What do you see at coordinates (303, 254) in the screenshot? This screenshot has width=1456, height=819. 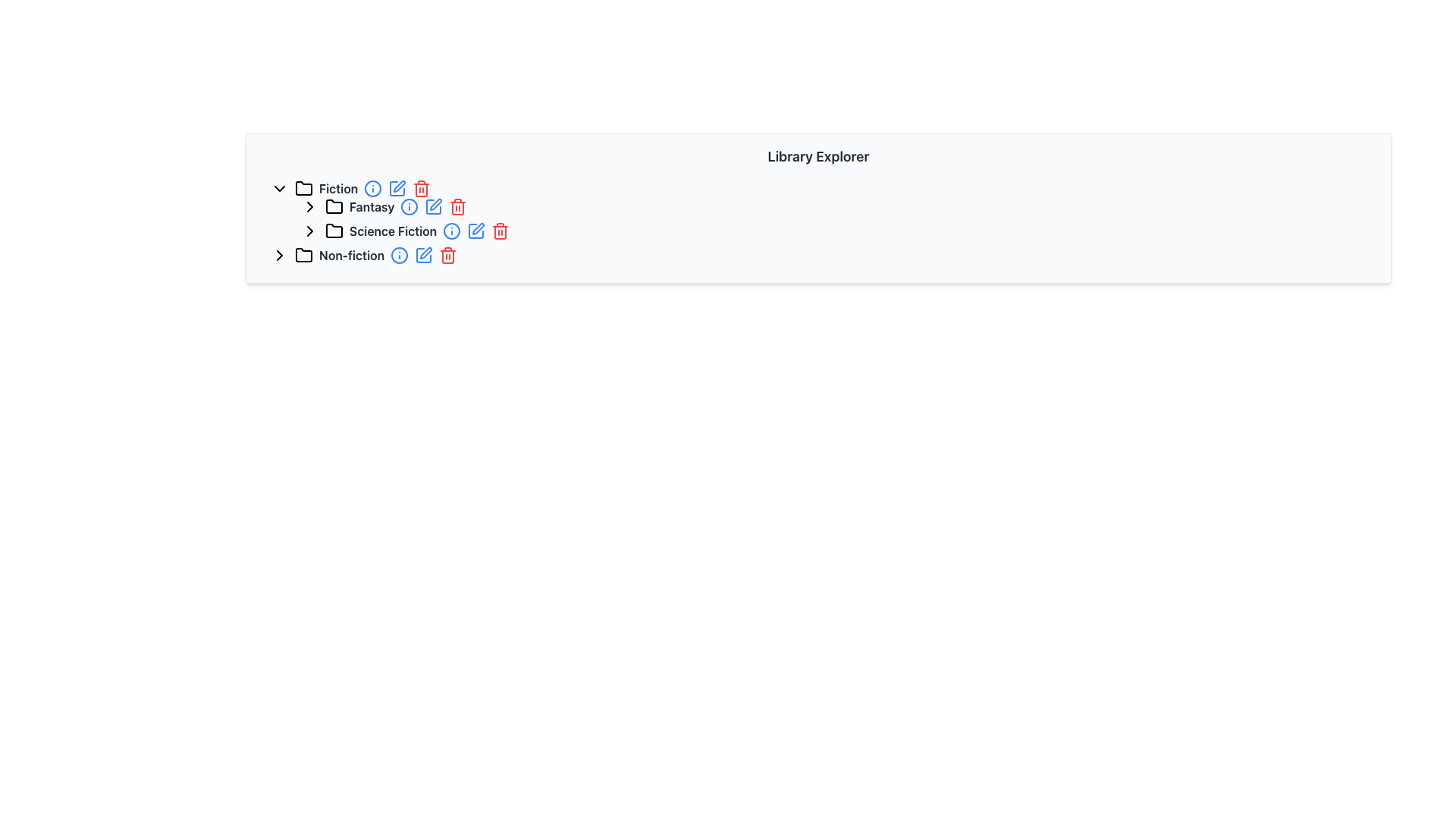 I see `the folder icon located next to the 'Non-fiction' label in the hierarchical list interface` at bounding box center [303, 254].